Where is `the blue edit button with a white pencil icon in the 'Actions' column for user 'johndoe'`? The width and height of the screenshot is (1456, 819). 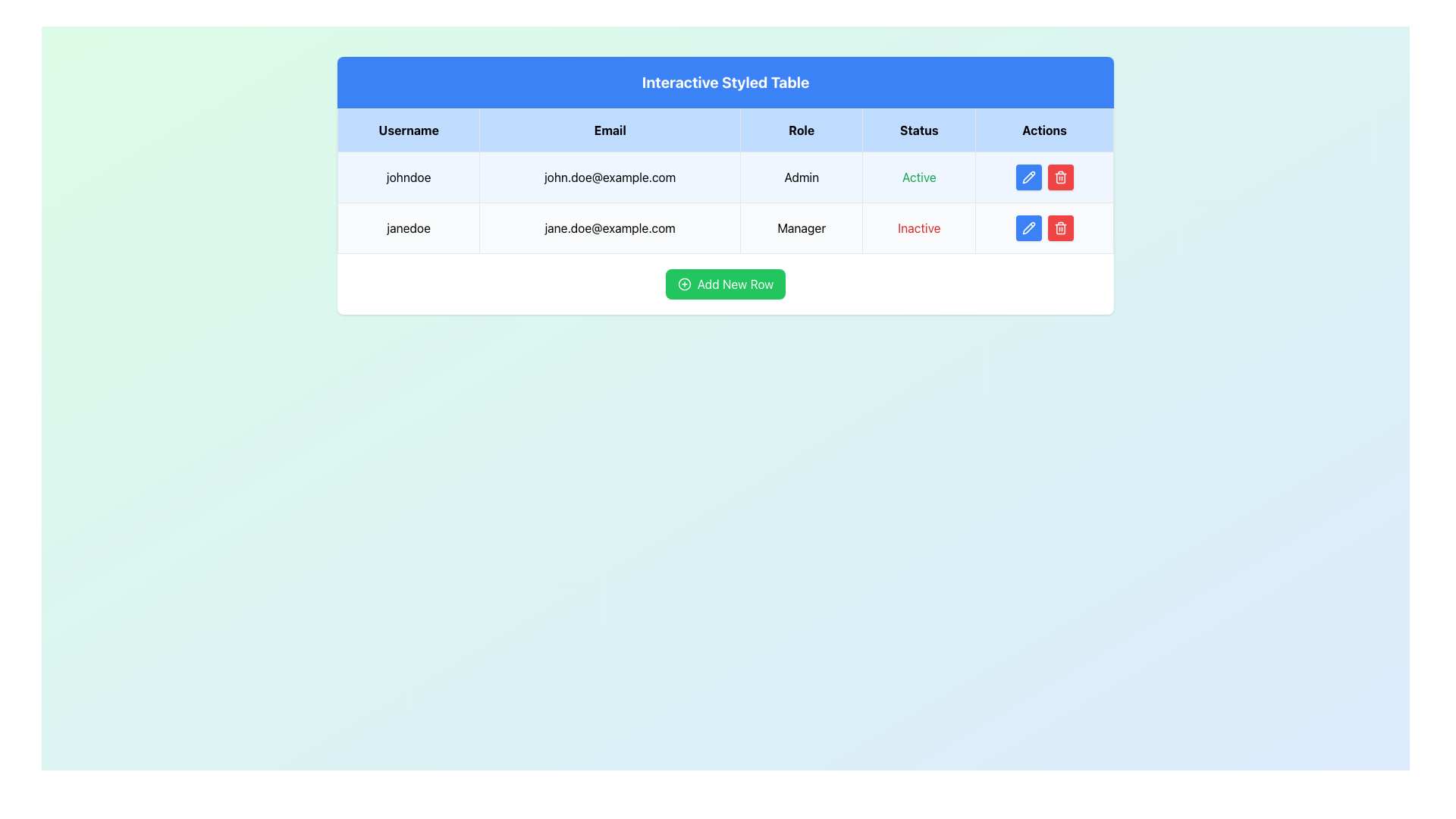 the blue edit button with a white pencil icon in the 'Actions' column for user 'johndoe' is located at coordinates (1028, 177).